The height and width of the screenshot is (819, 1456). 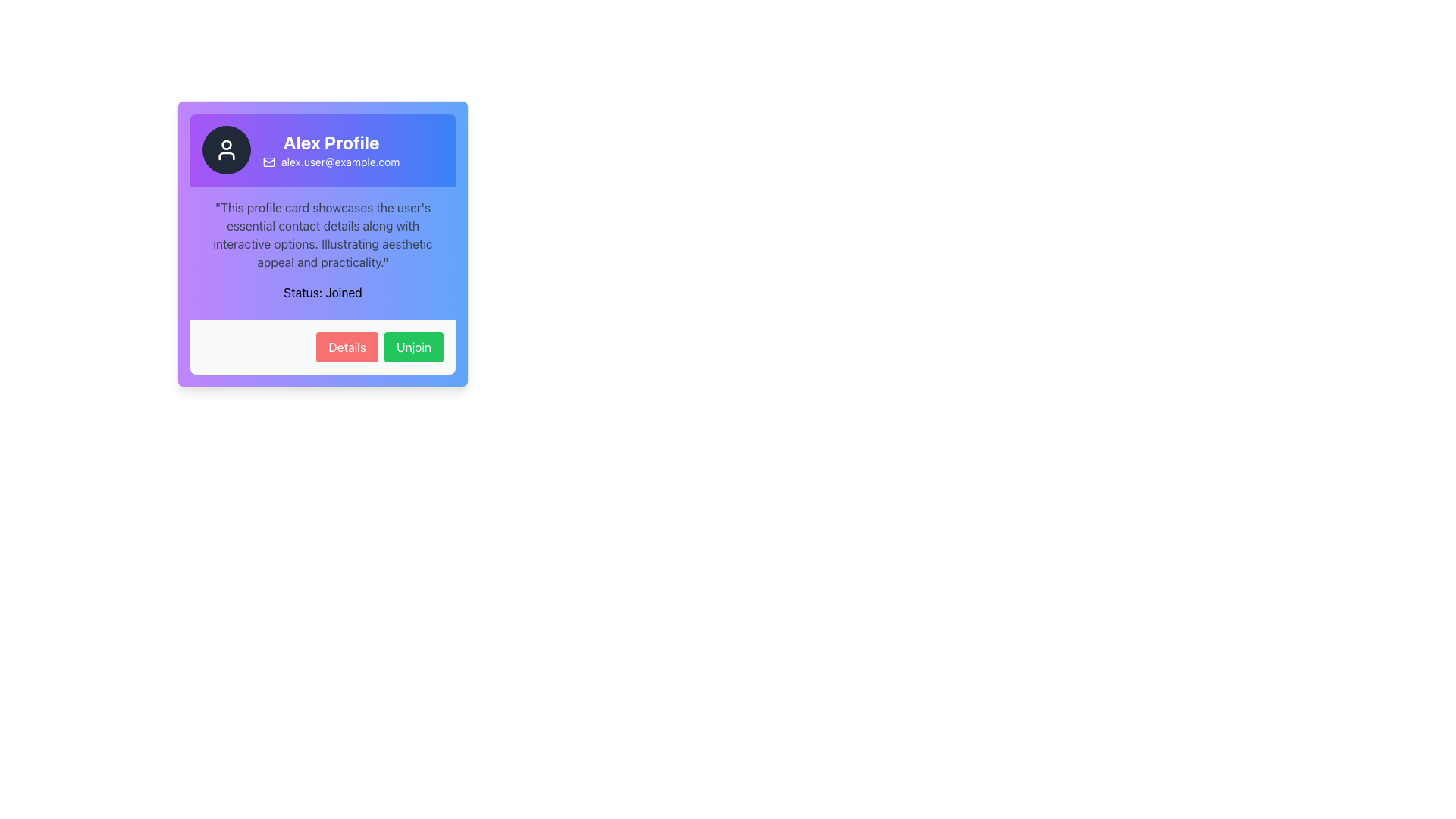 I want to click on the red button labeled 'Details', which is the first button from the left in a panel with a gradient background, so click(x=347, y=347).